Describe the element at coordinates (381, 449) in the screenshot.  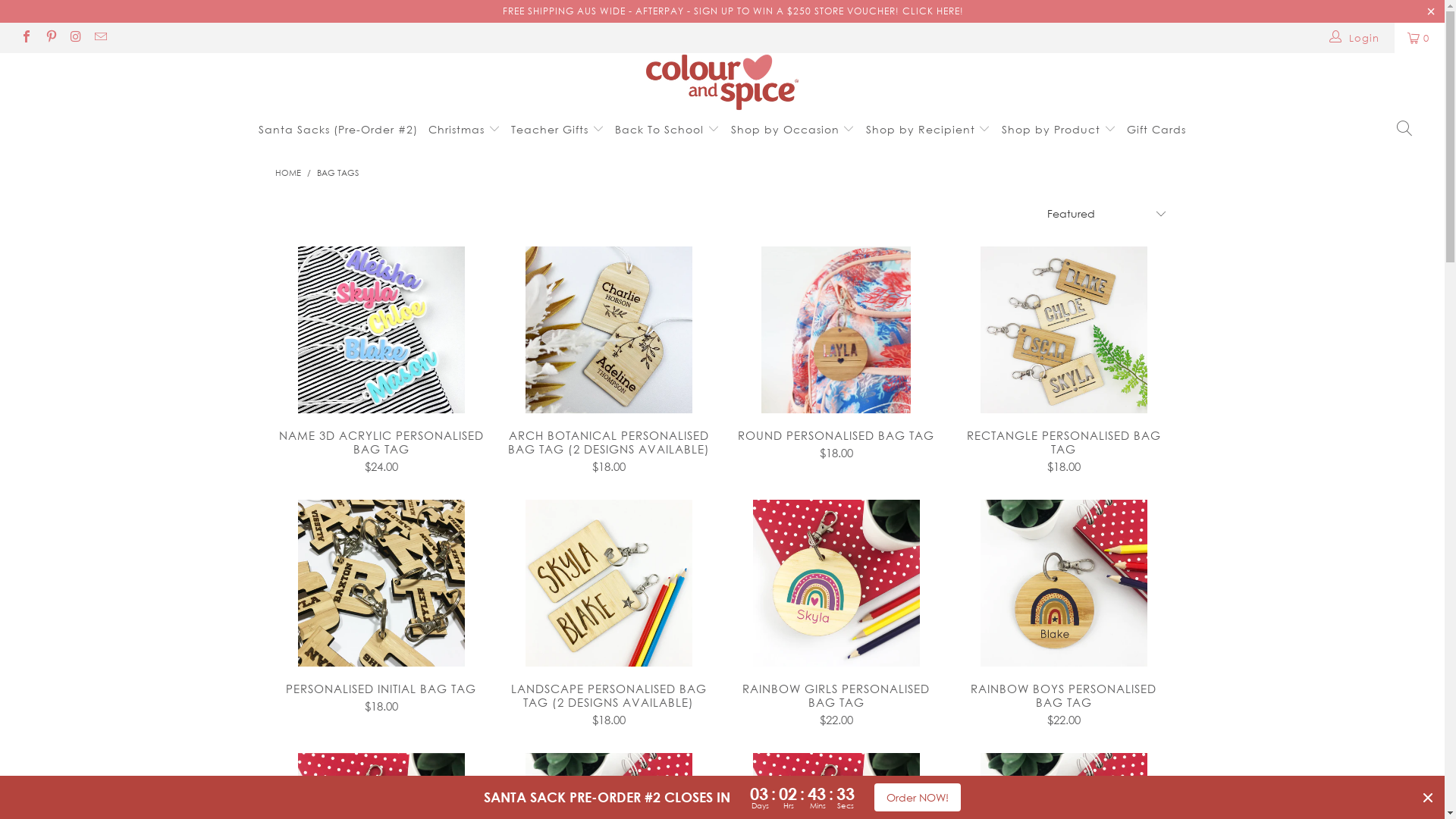
I see `'NAME 3D ACRYLIC PERSONALISED BAG TAG` at that location.